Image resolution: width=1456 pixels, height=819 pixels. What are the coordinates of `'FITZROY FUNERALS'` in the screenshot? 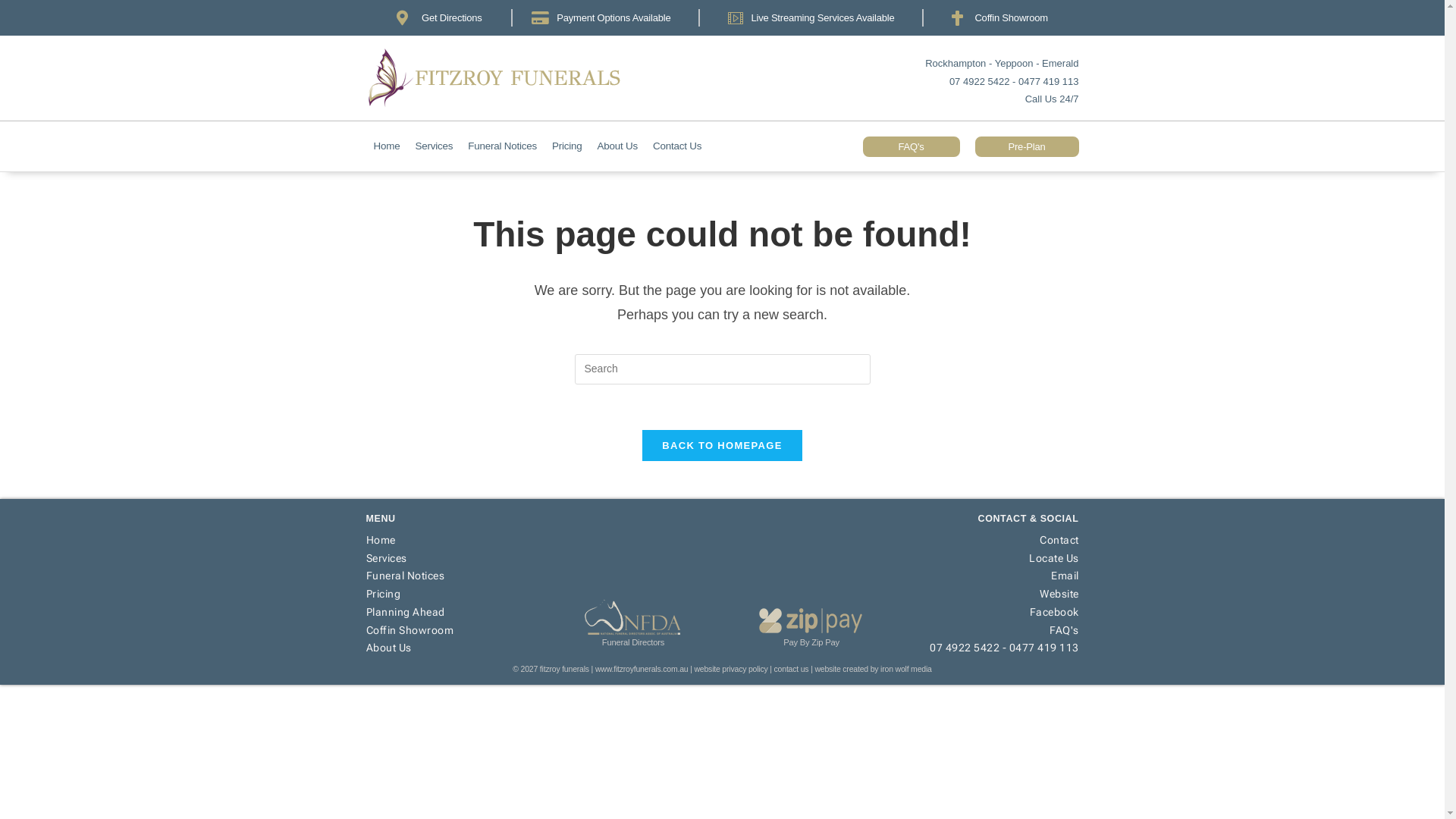 It's located at (516, 78).